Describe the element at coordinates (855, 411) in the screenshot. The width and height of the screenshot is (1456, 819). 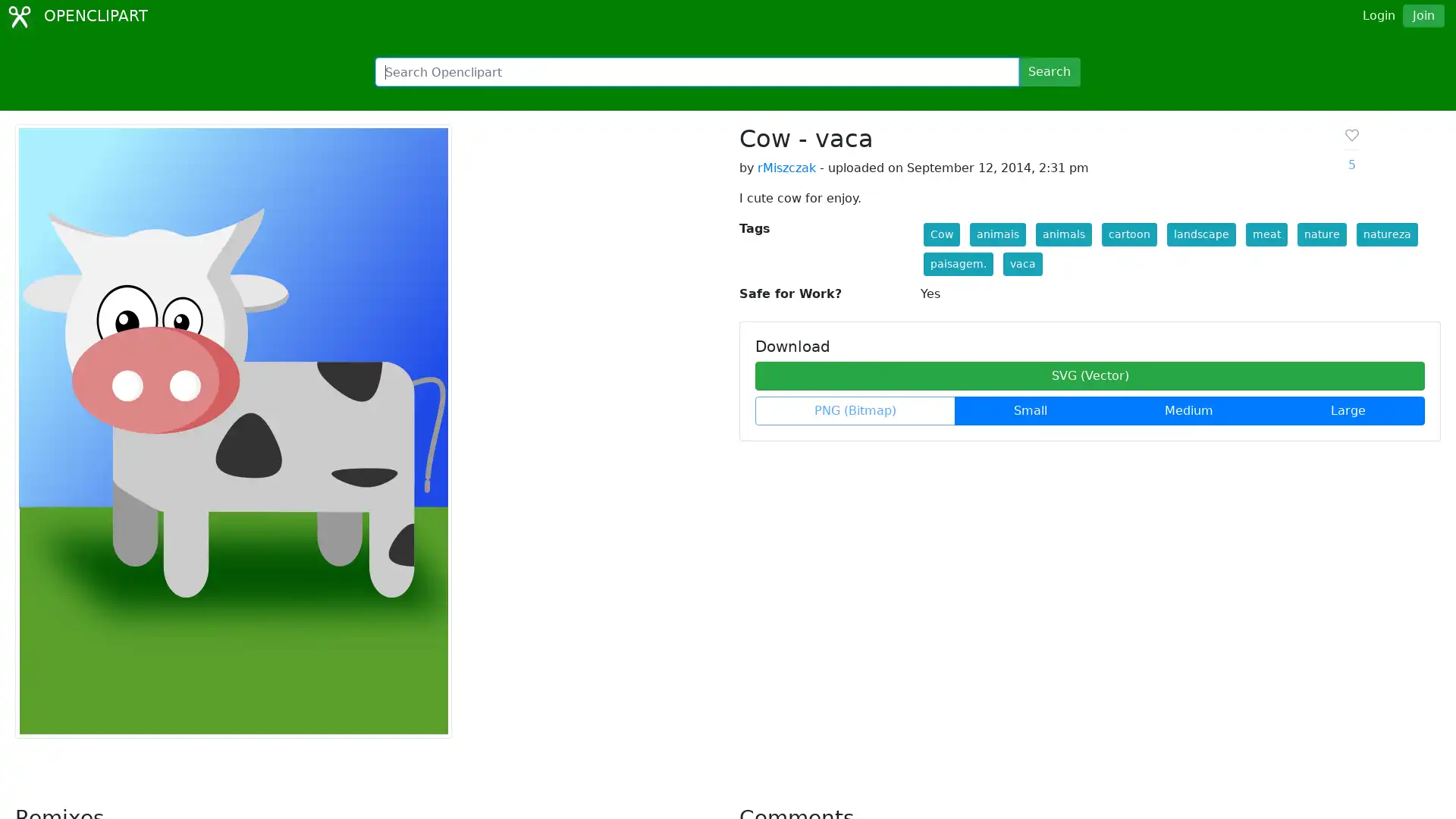
I see `PNG (Bitmap)` at that location.